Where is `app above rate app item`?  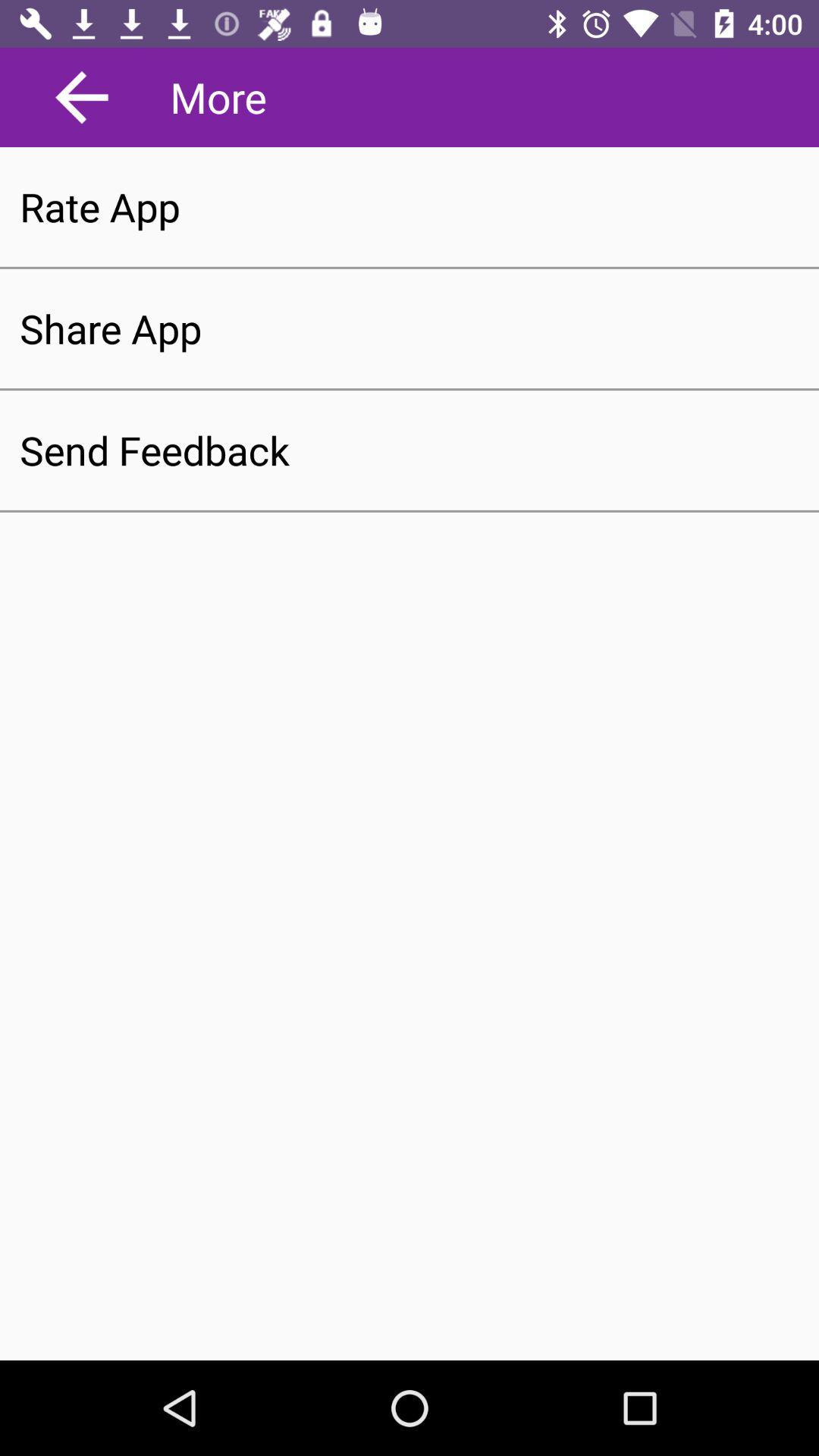 app above rate app item is located at coordinates (82, 96).